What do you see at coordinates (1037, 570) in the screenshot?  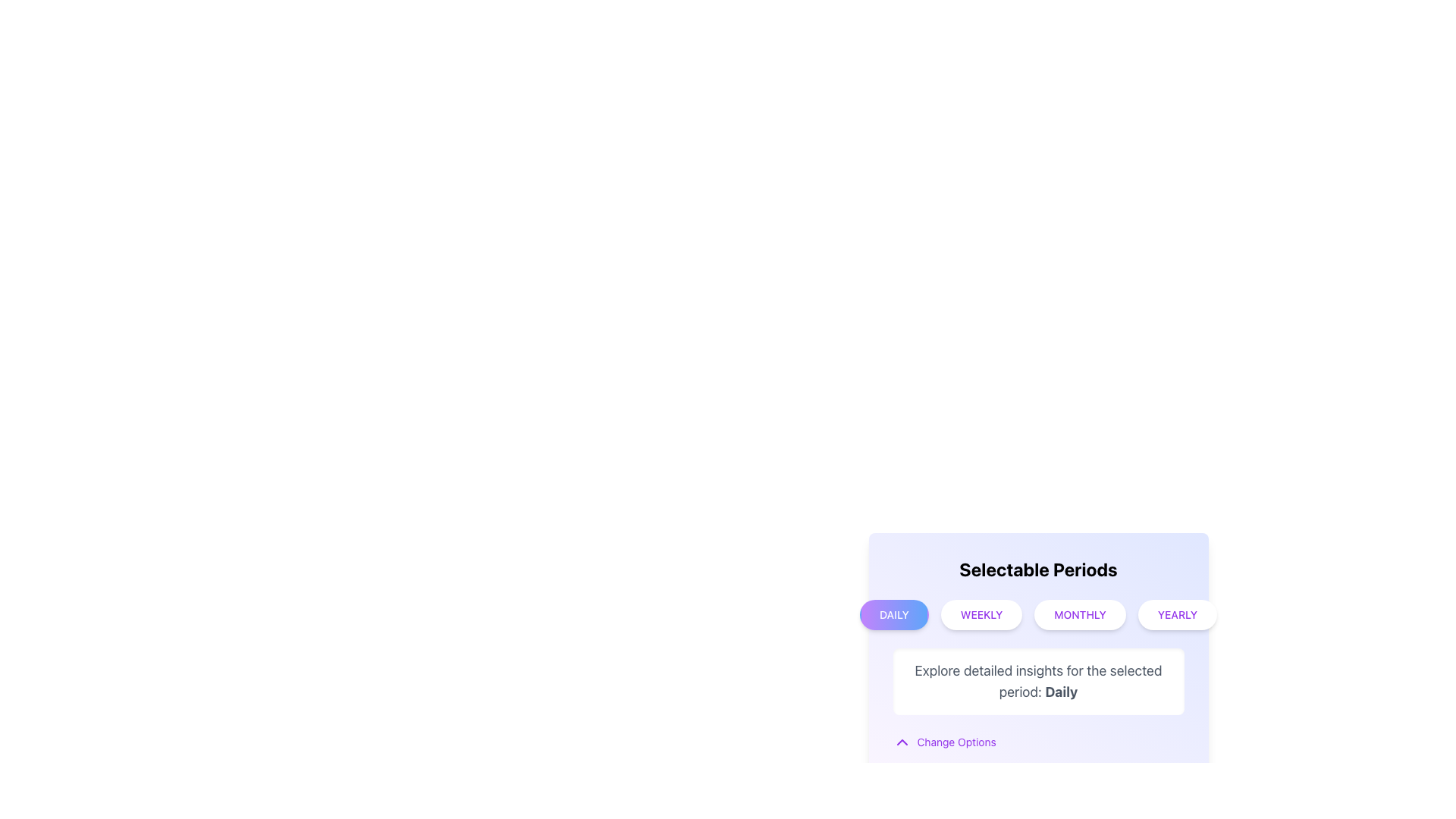 I see `heading text 'Selectable Periods' which is styled with large, bold, and centered text at the top of the card` at bounding box center [1037, 570].